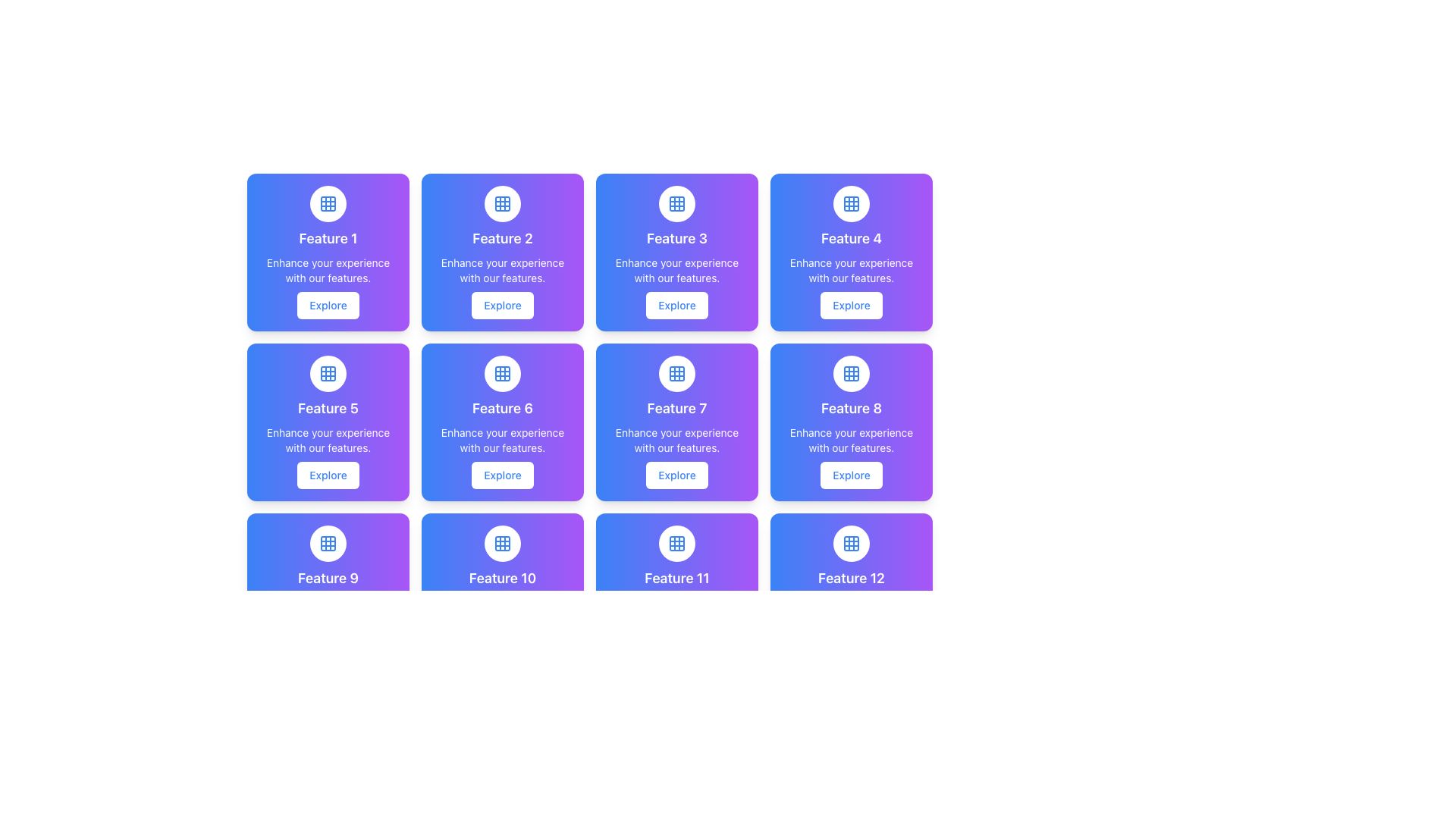 This screenshot has height=819, width=1456. What do you see at coordinates (327, 270) in the screenshot?
I see `the static text saying 'Enhance your experience with our features.' which is centrally placed in a vibrant gradient card with a blue-to-purple background` at bounding box center [327, 270].